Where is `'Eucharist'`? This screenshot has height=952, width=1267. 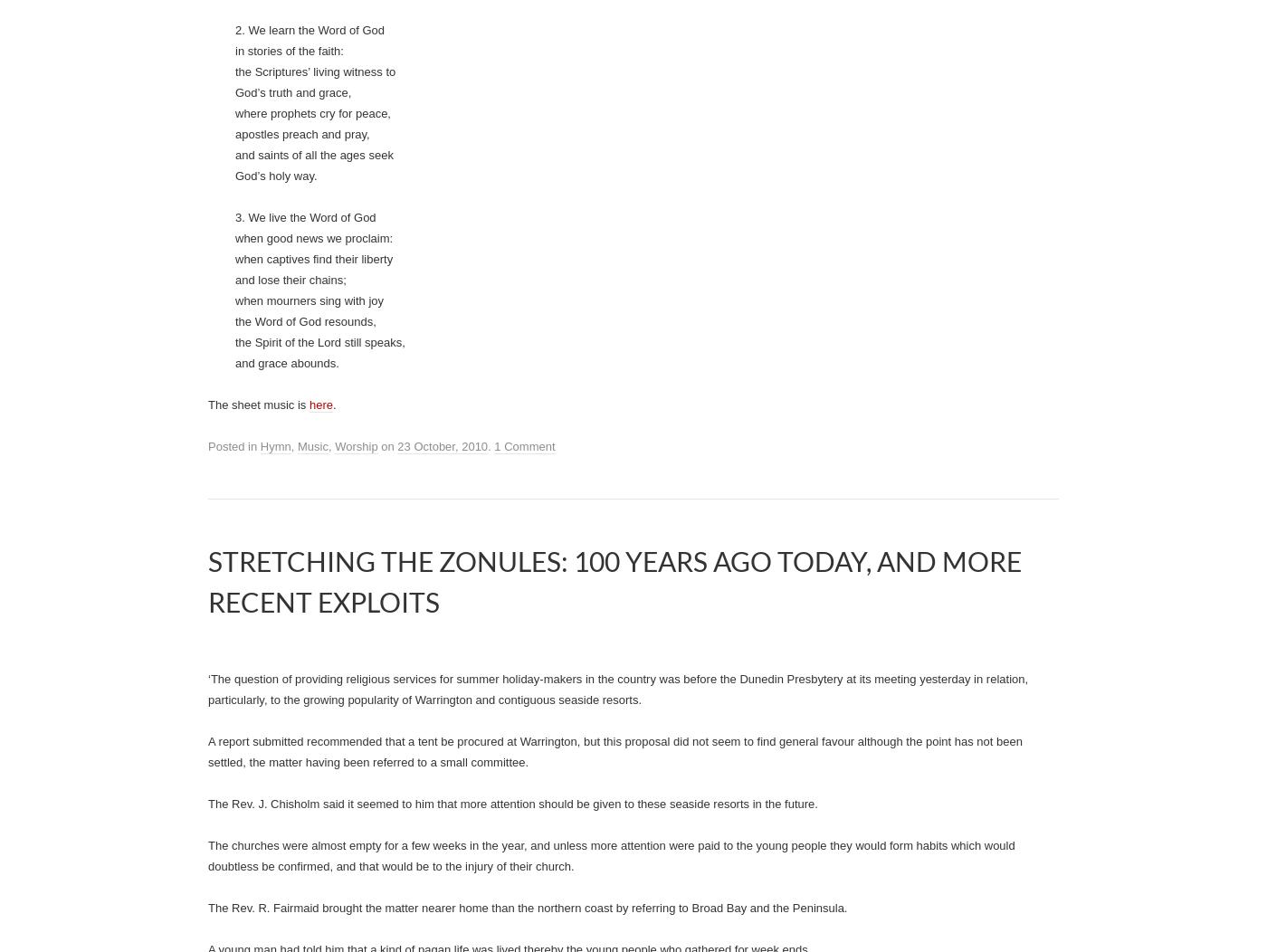
'Eucharist' is located at coordinates (304, 266).